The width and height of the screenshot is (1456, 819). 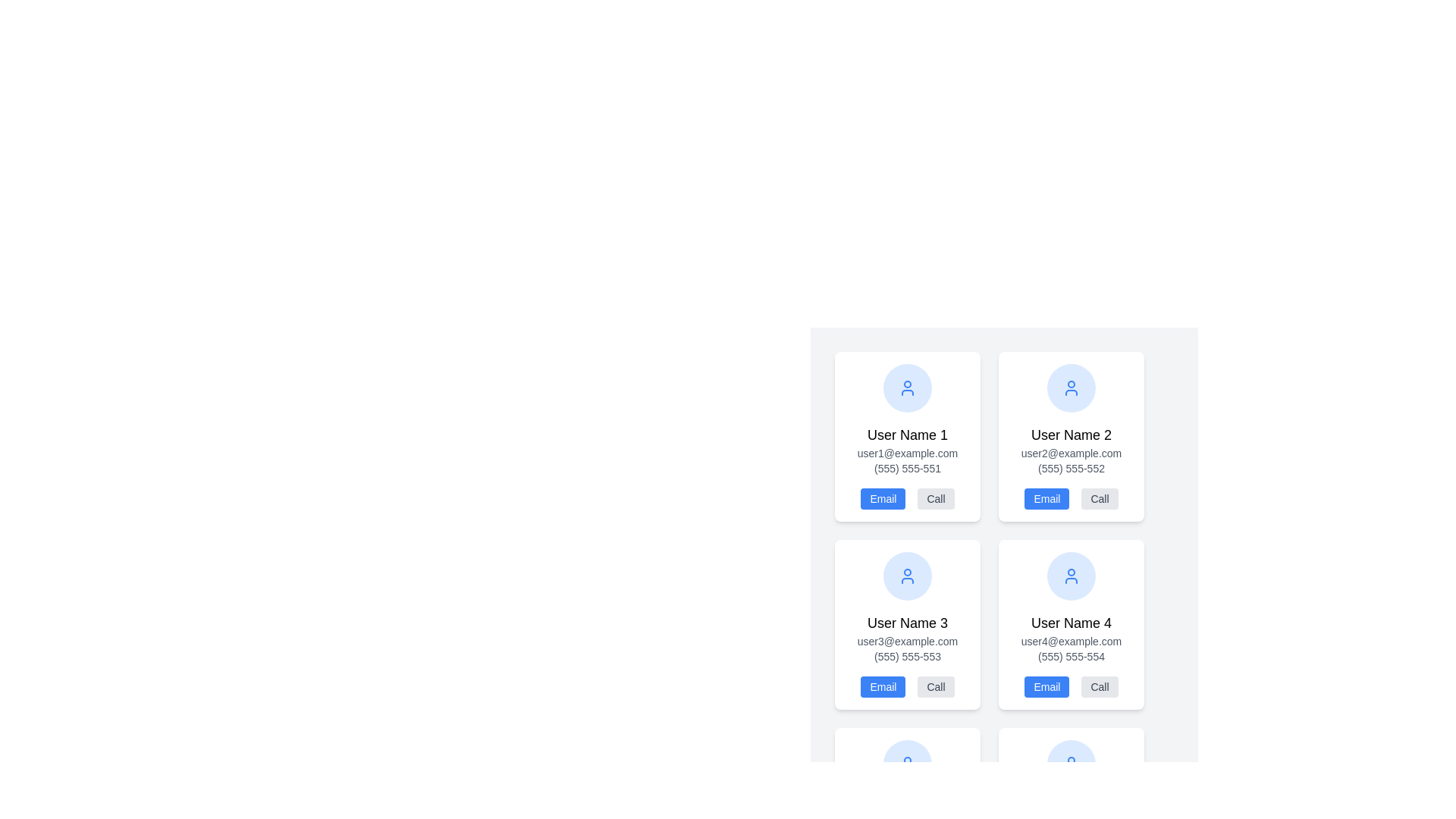 I want to click on the decorative user identification icon located in the top-left card of the grid layout, so click(x=907, y=576).